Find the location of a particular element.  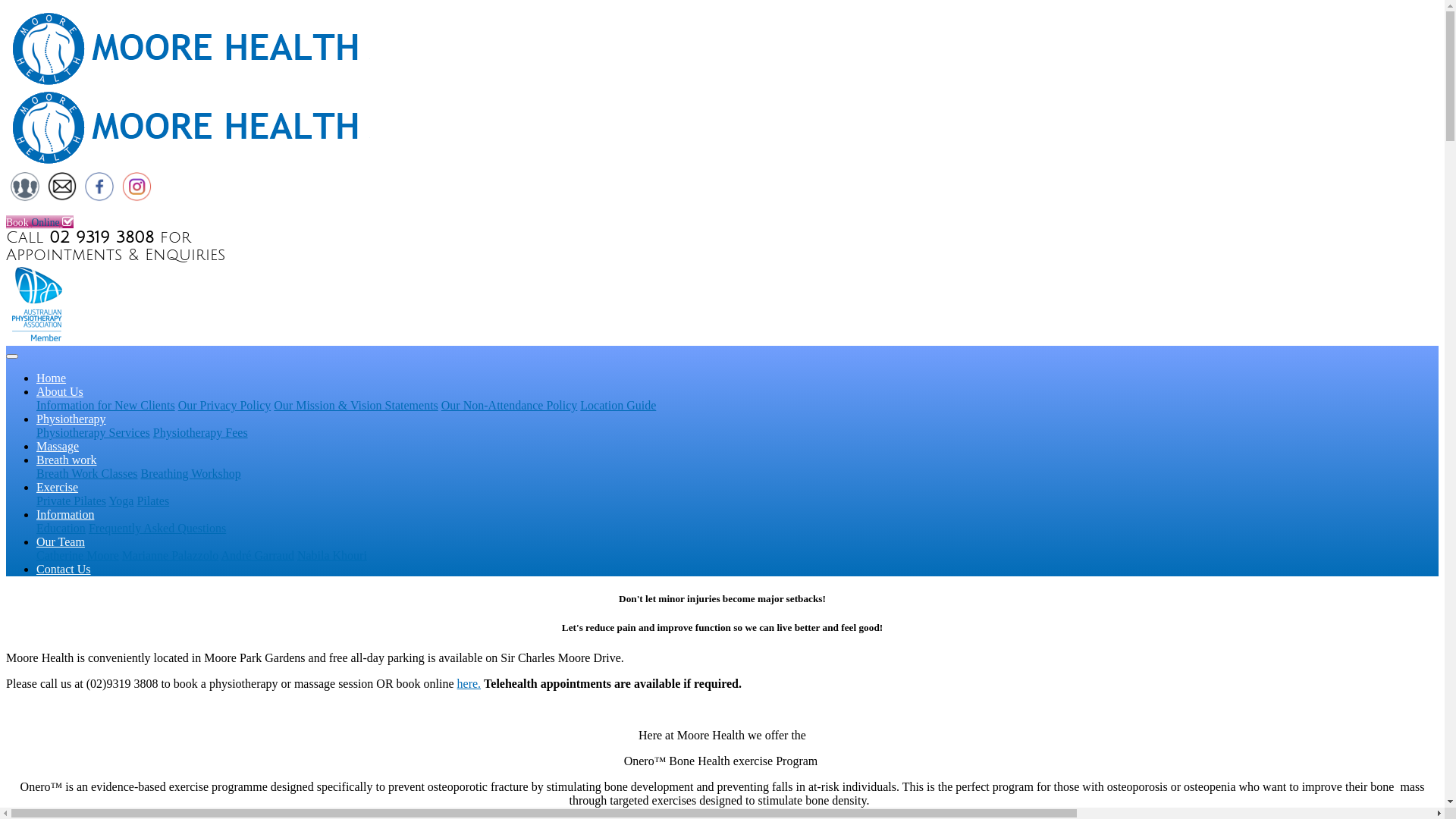

'Breath work' is located at coordinates (65, 459).